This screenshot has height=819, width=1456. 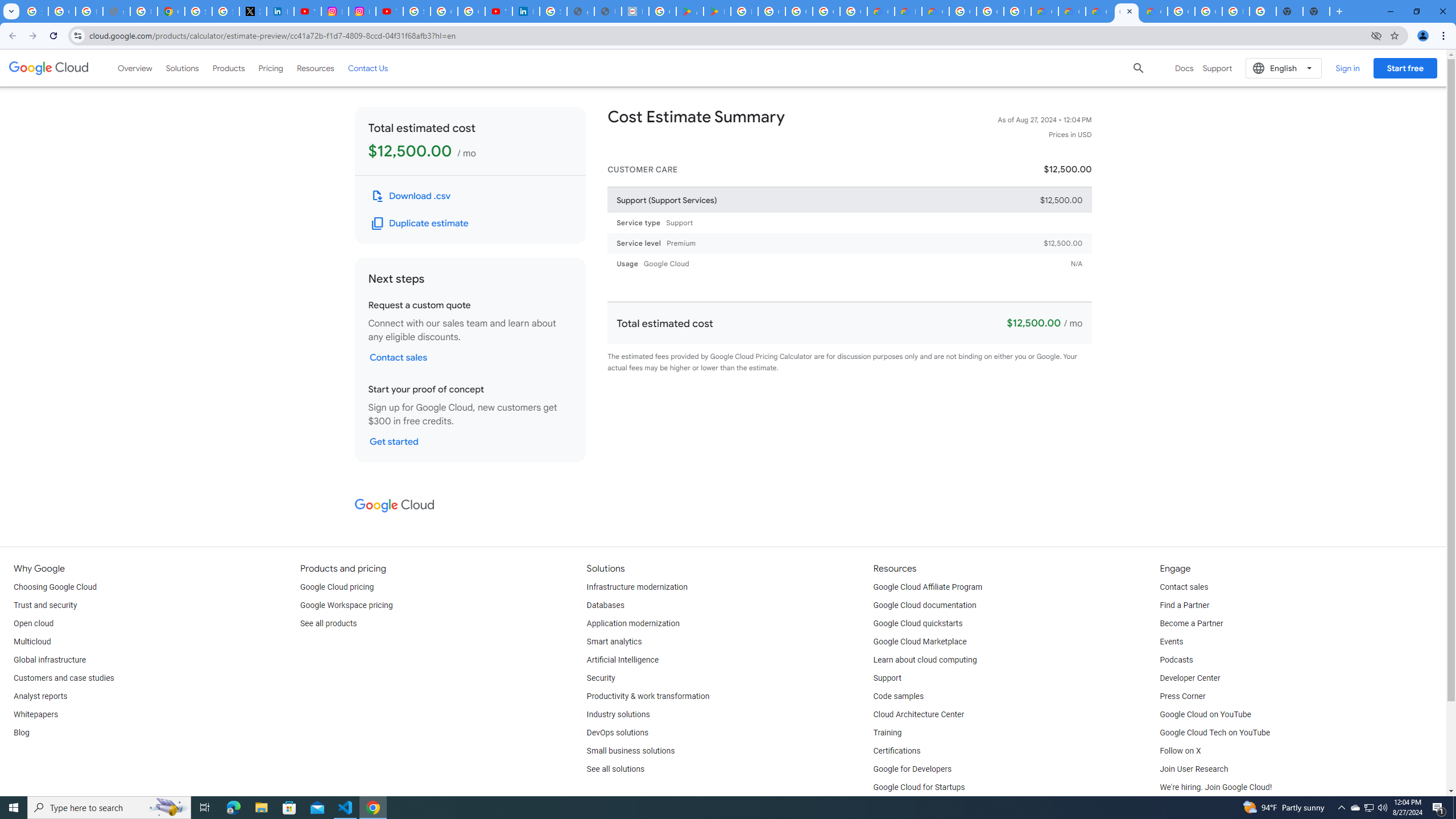 I want to click on 'Application modernization', so click(x=632, y=623).